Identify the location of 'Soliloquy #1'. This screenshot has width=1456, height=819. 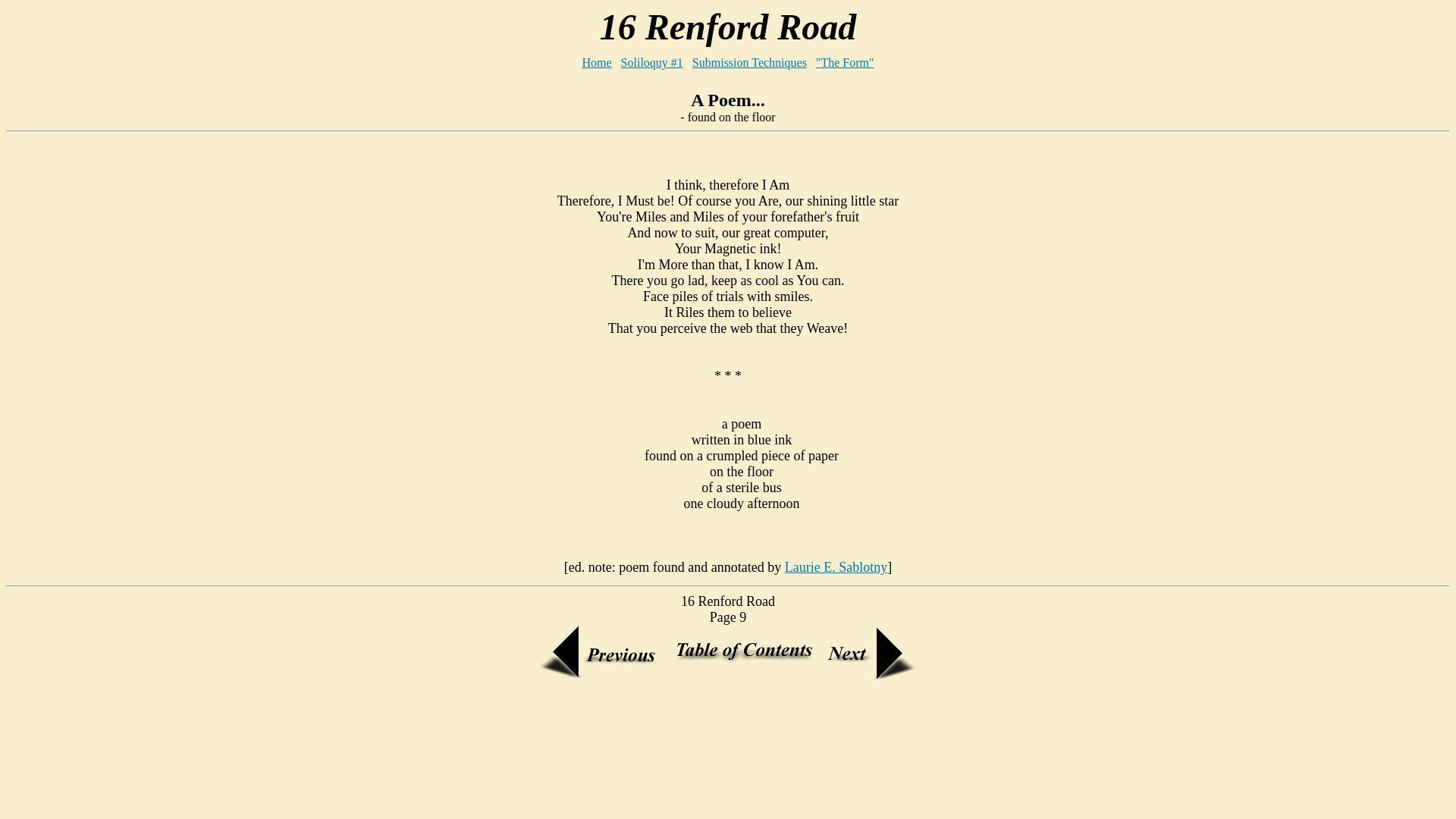
(651, 61).